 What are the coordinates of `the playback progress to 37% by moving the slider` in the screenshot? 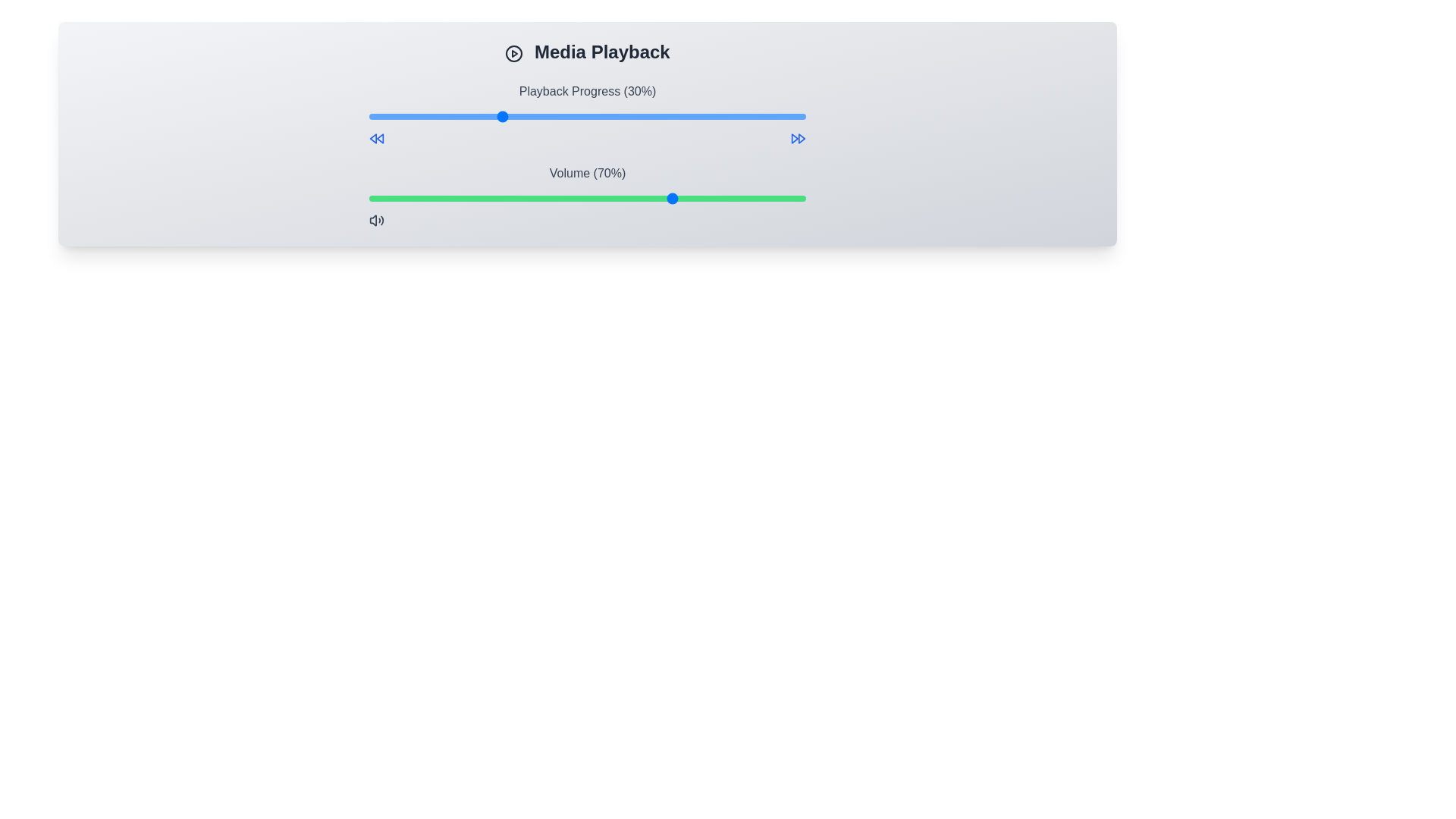 It's located at (531, 116).